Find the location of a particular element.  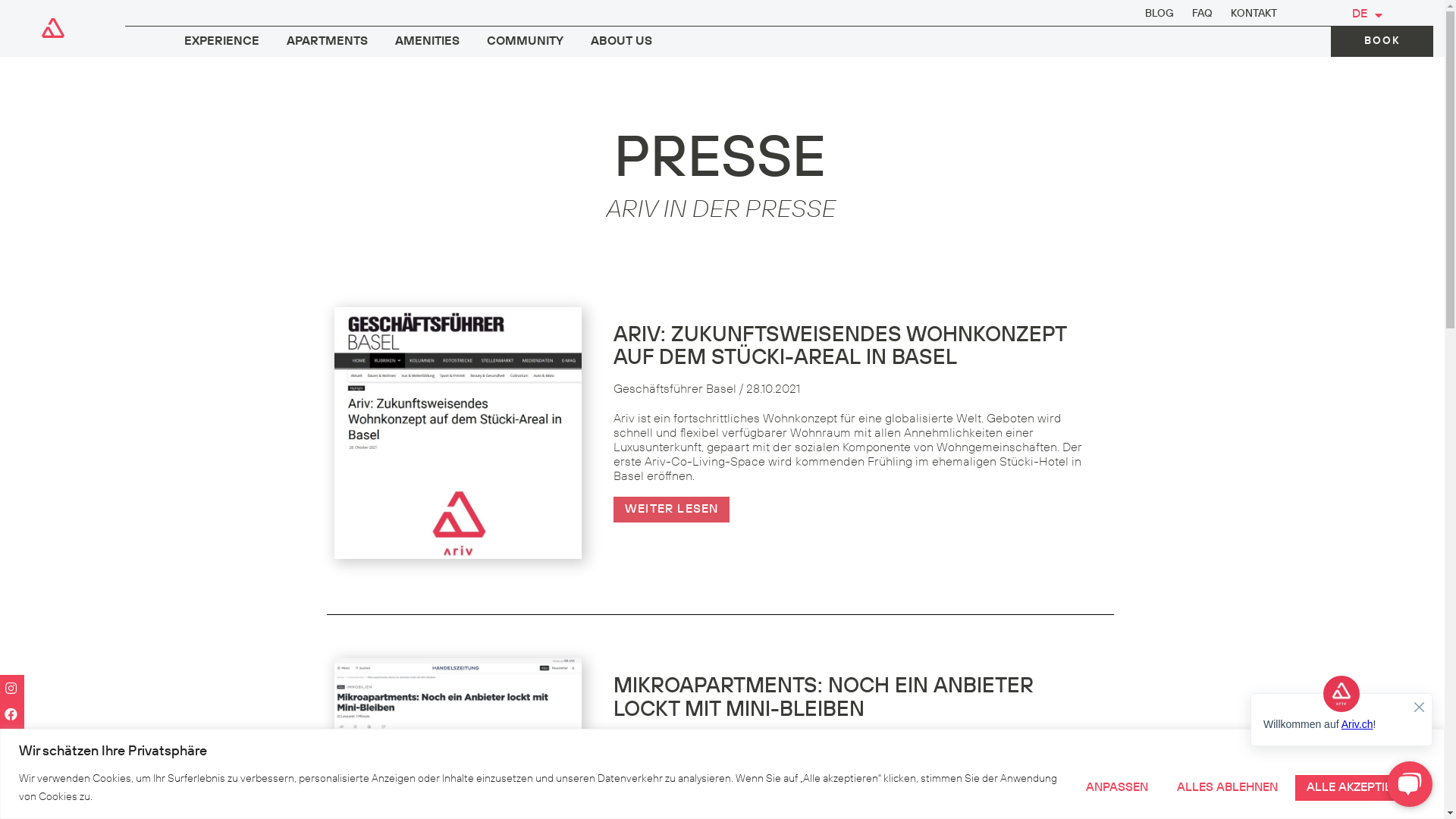

'APARTMENTS' is located at coordinates (326, 41).